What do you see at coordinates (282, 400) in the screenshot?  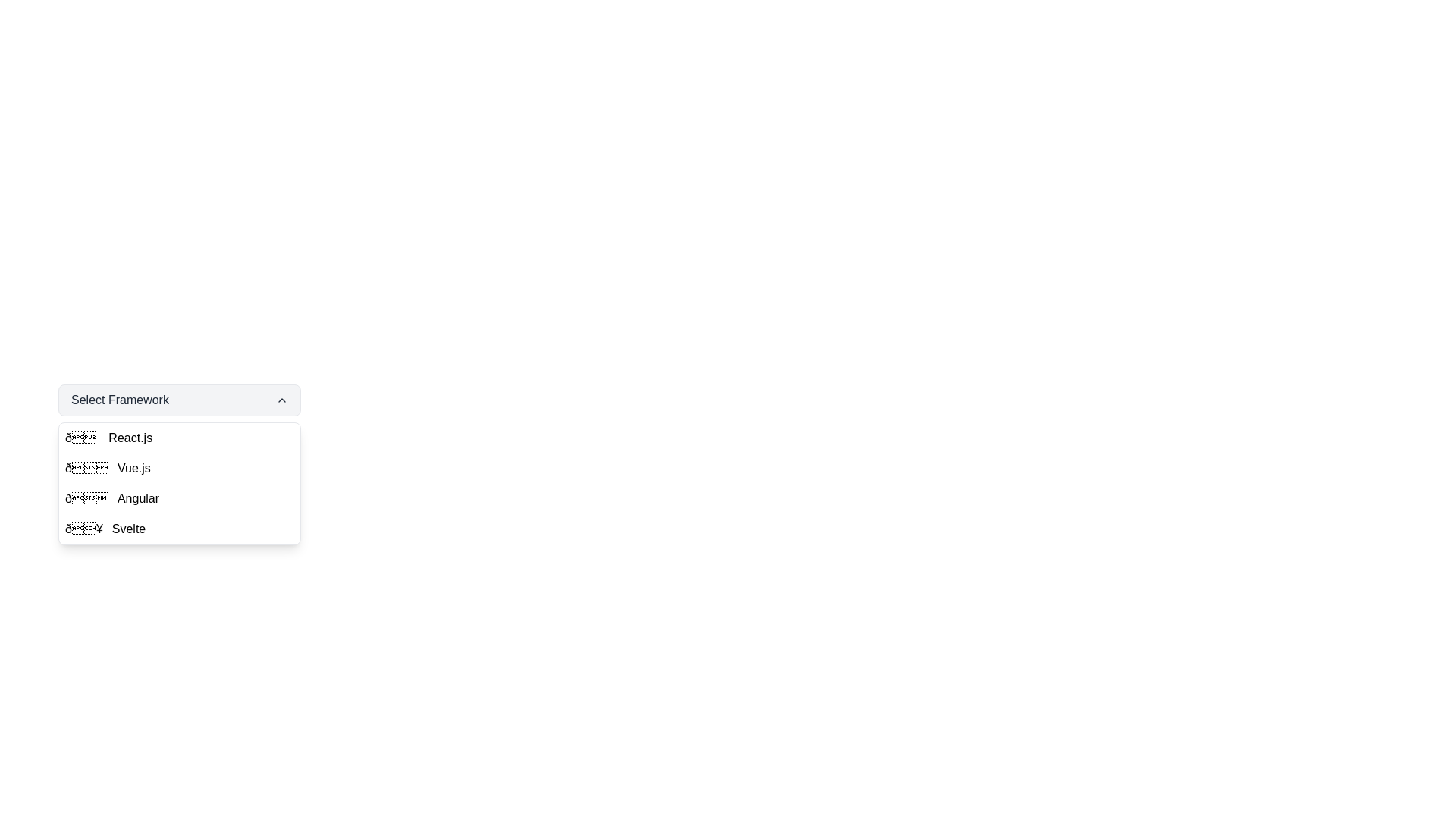 I see `the upward chevron icon located at the far-right side of the dropdown menu header labeled 'Select Framework'` at bounding box center [282, 400].